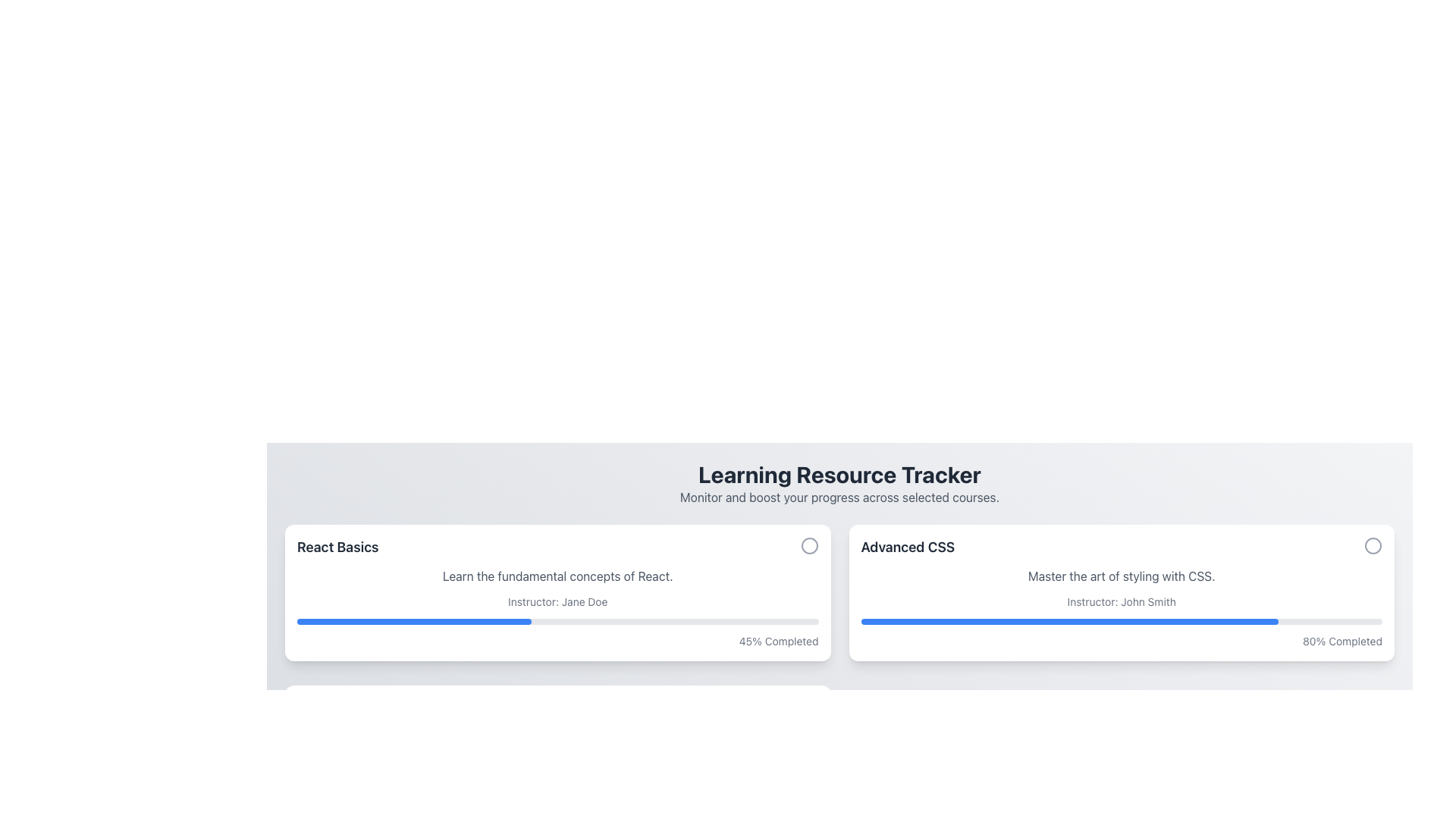 The width and height of the screenshot is (1456, 819). Describe the element at coordinates (839, 497) in the screenshot. I see `the static text label that reads 'Monitor and boost your progress across selected courses', which is positioned below the bold title 'Learning Resource Tracker'` at that location.